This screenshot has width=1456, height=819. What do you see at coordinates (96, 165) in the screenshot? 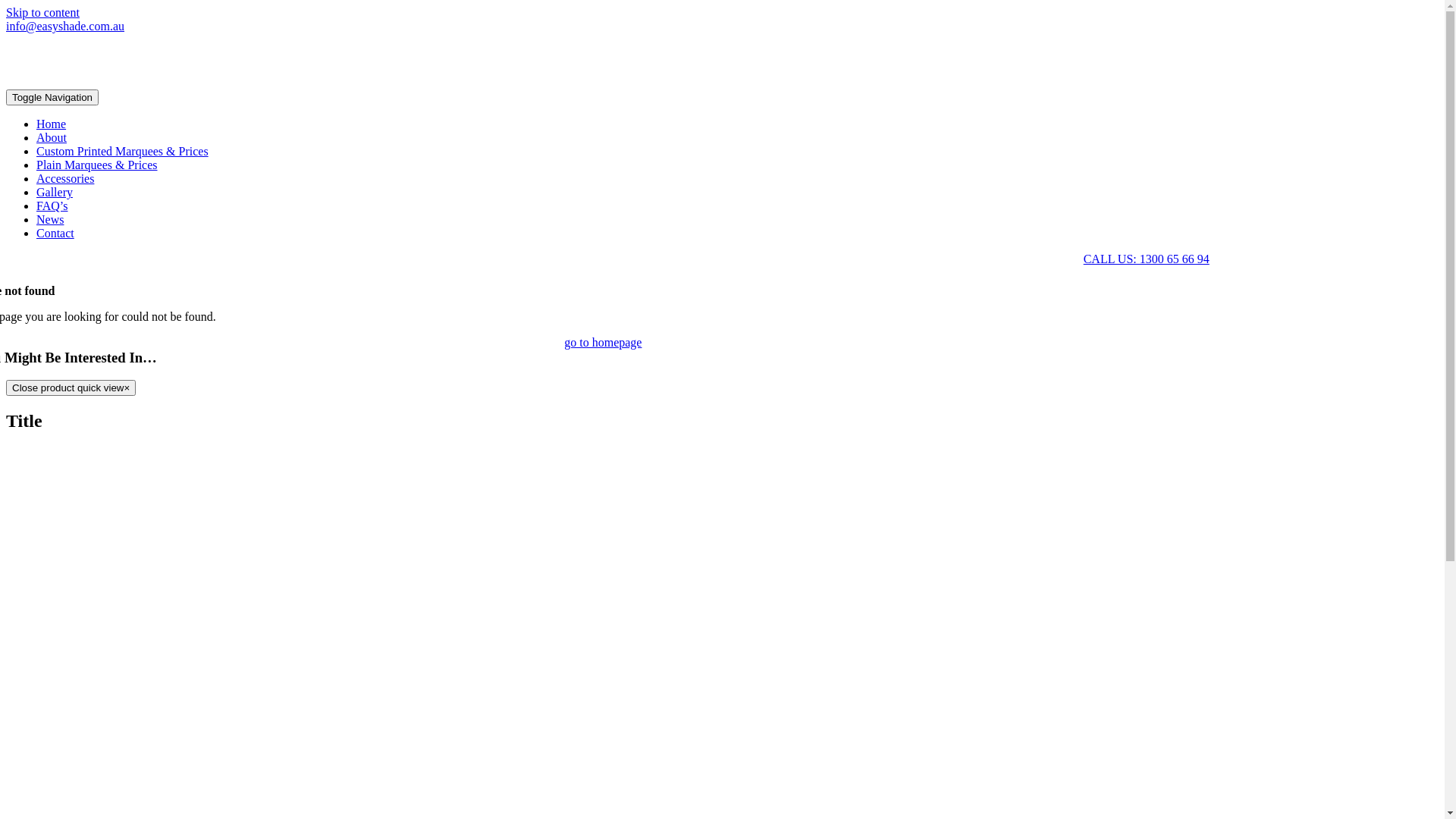
I see `'Plain Marquees & Prices'` at bounding box center [96, 165].